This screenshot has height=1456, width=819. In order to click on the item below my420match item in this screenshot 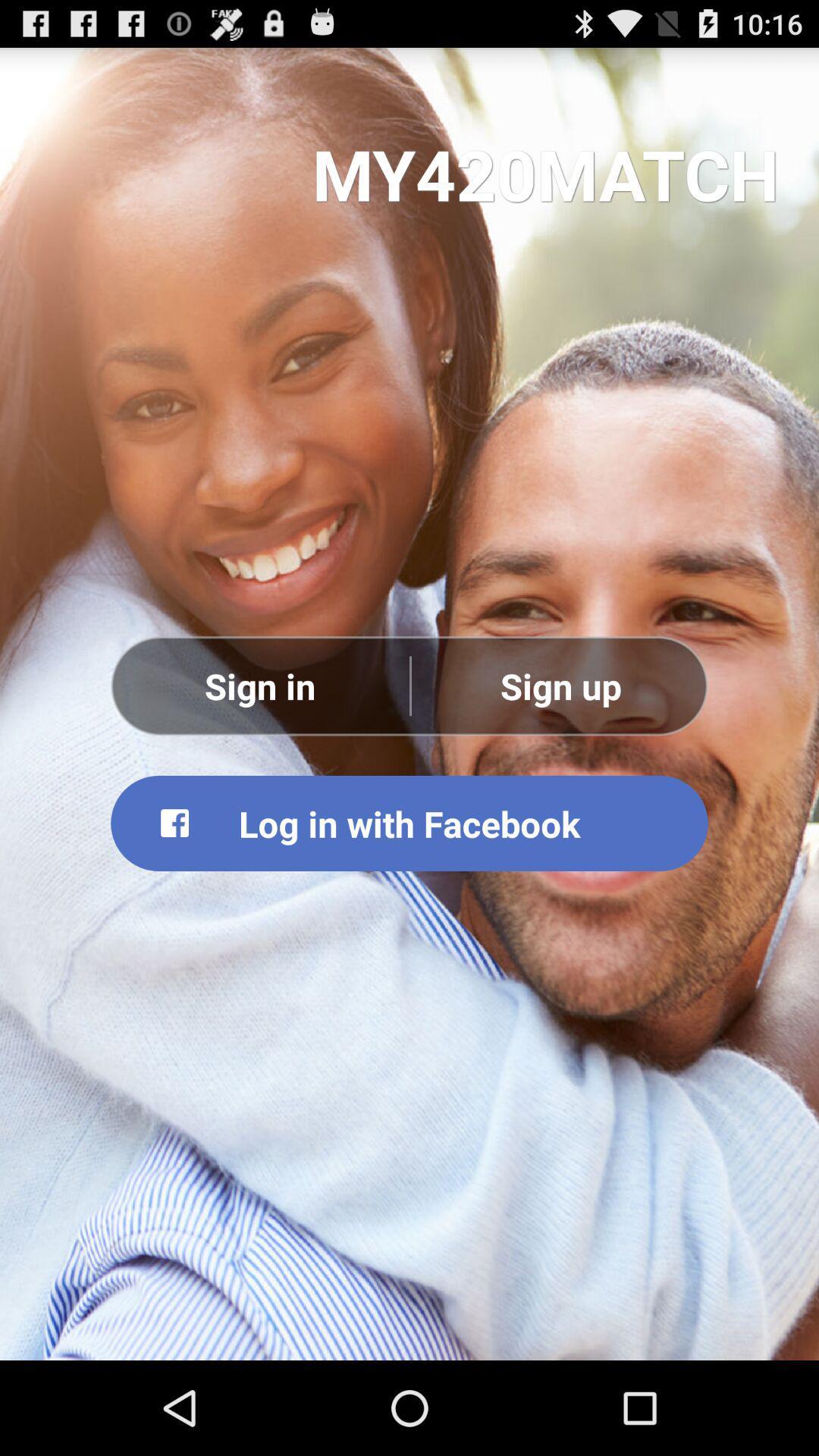, I will do `click(560, 685)`.